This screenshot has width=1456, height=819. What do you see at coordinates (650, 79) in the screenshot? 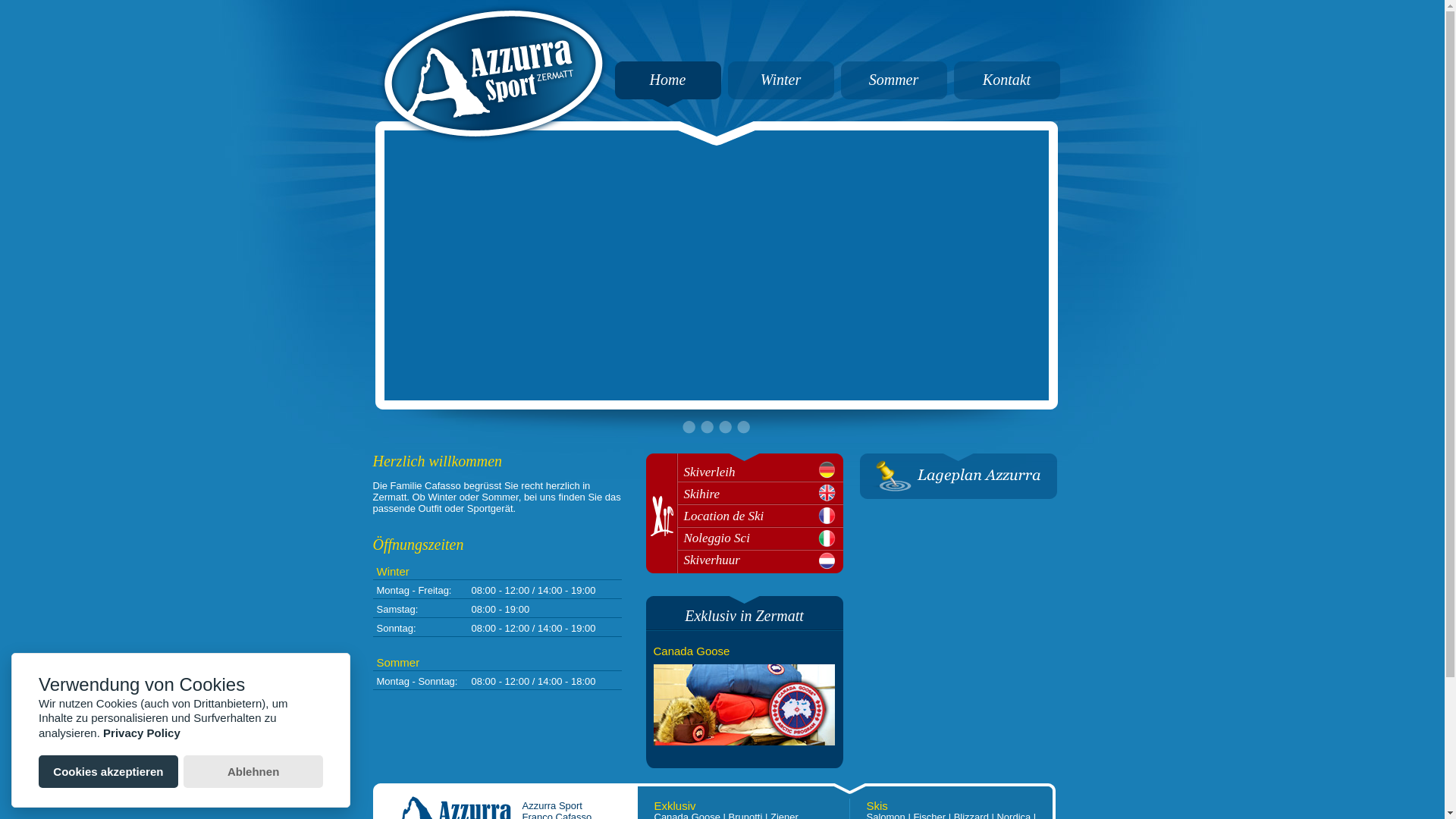
I see `'Home'` at bounding box center [650, 79].